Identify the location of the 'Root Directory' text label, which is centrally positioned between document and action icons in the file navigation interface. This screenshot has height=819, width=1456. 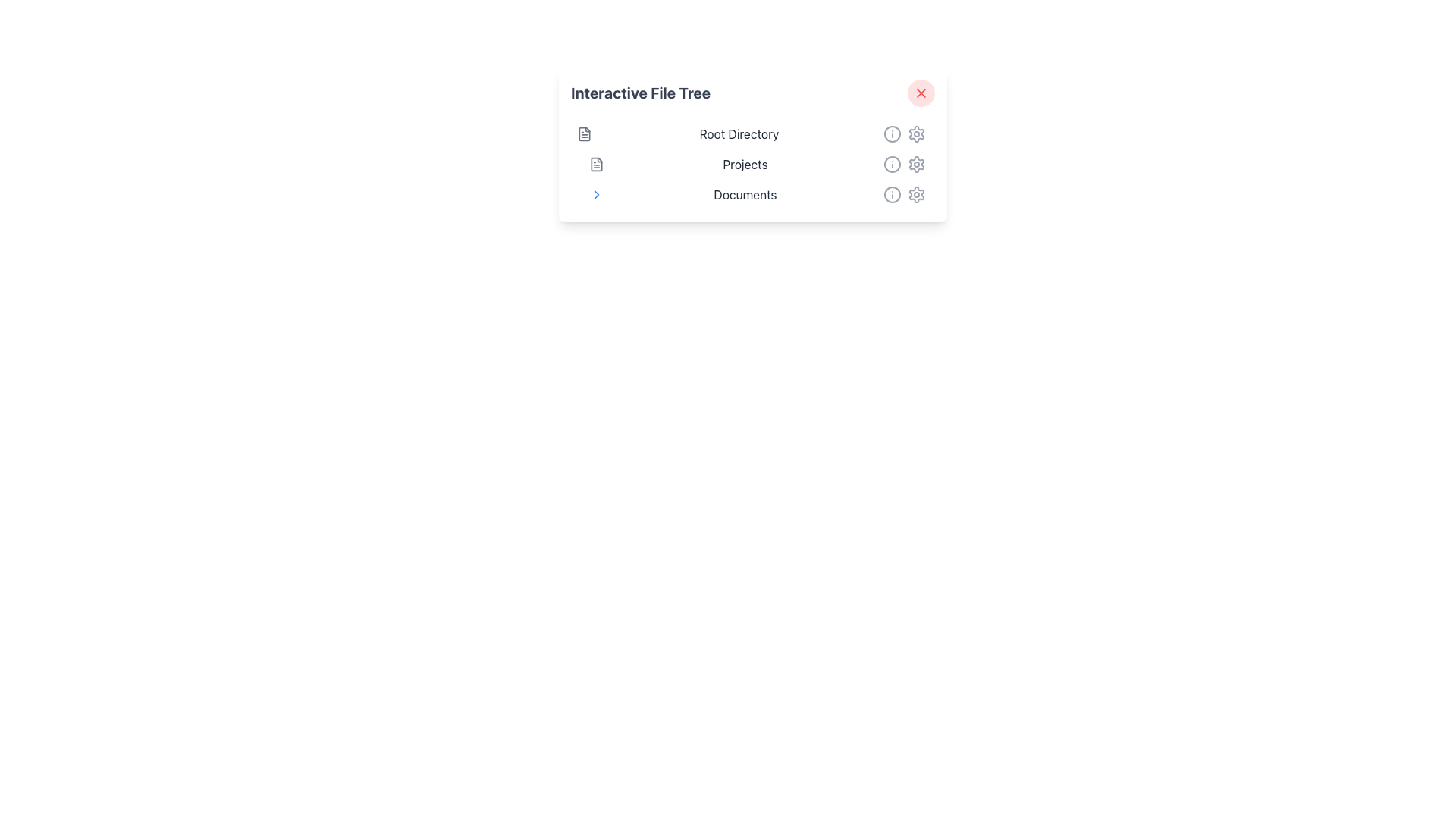
(739, 133).